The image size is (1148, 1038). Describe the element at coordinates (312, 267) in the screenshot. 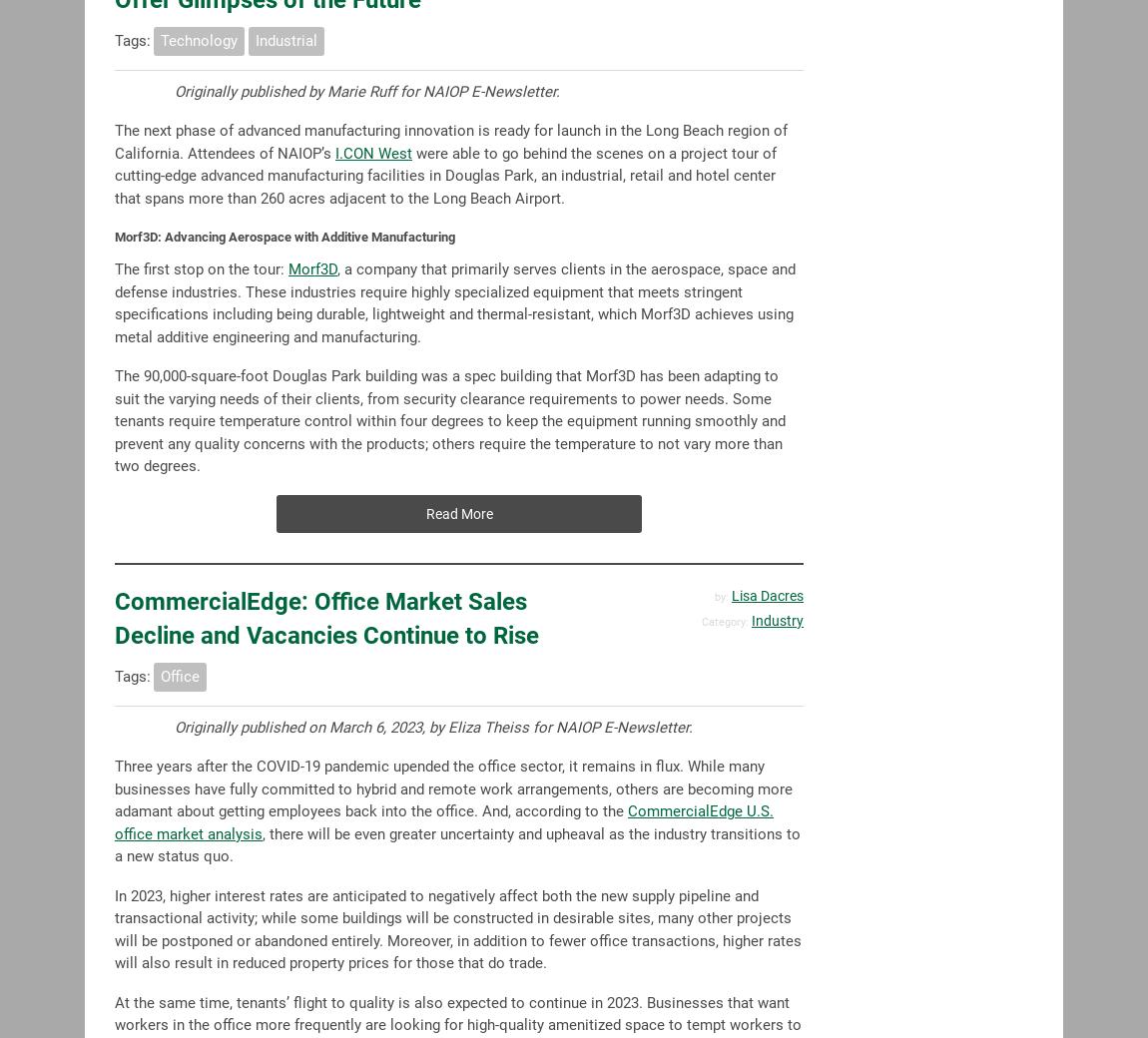

I see `'Morf3D'` at that location.